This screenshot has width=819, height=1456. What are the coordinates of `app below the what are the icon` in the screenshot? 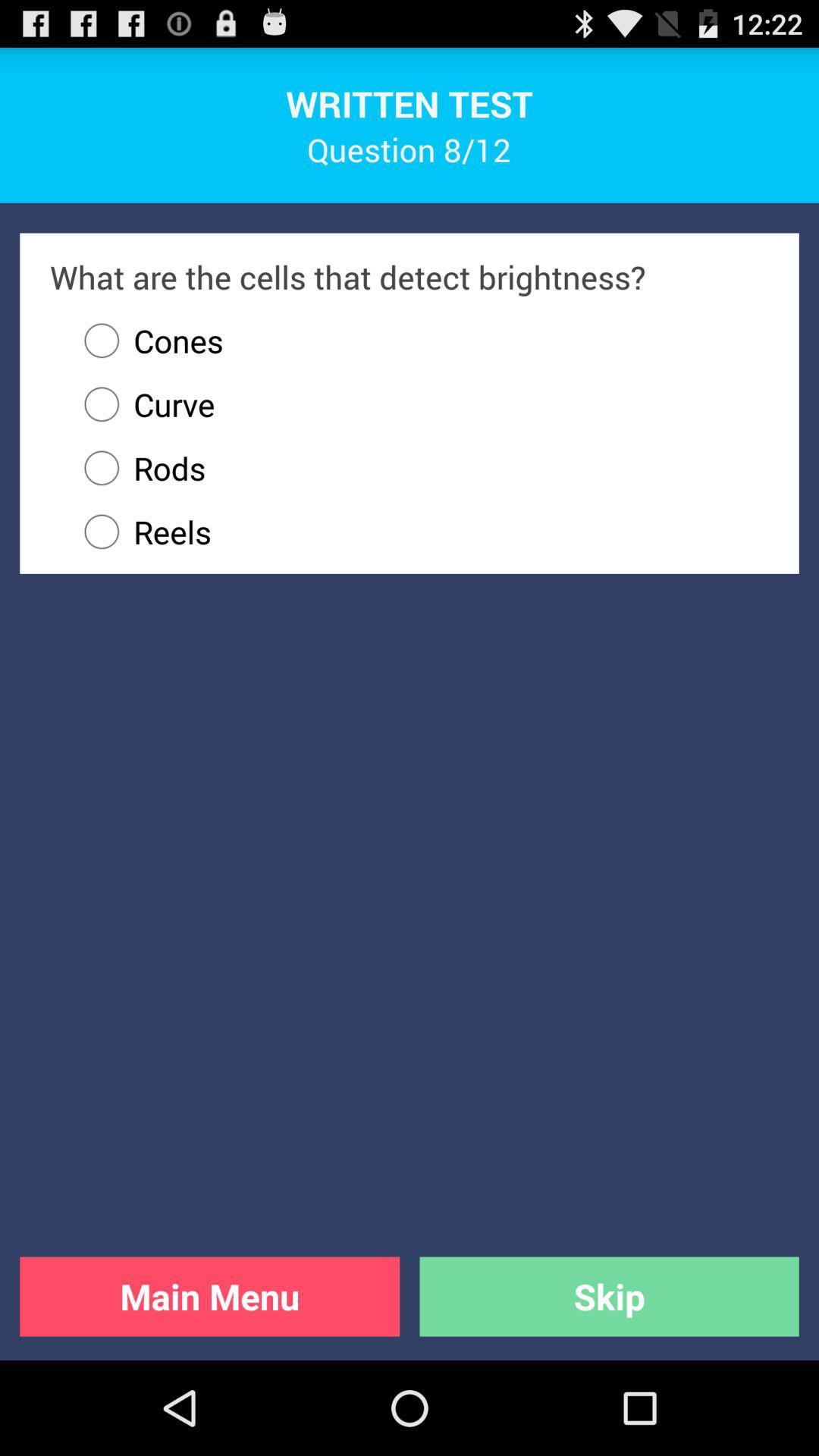 It's located at (146, 340).